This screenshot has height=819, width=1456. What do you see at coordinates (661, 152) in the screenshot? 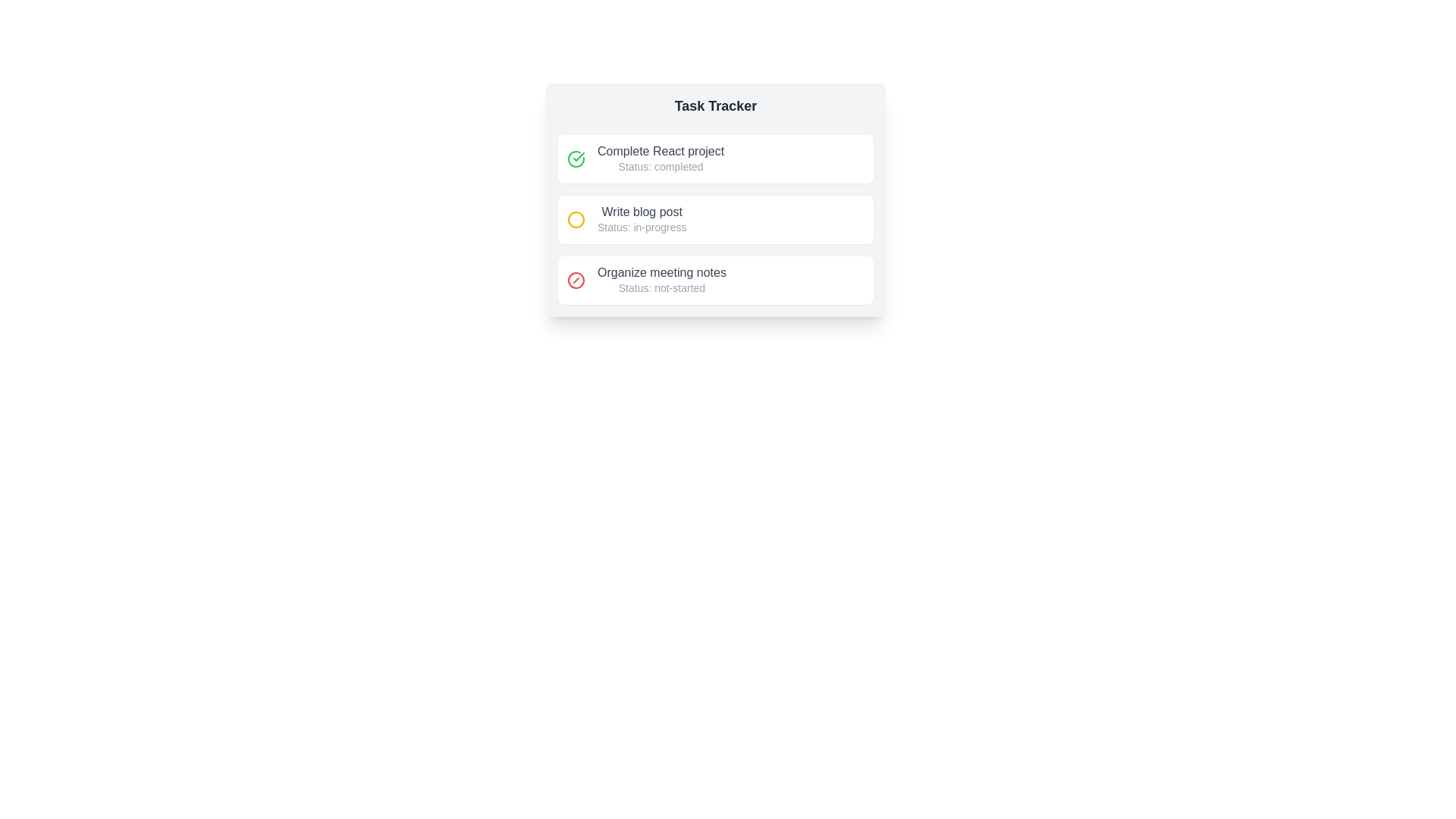
I see `the text label that serves as the title or main descriptor of the first task item, located in the upper portion of the task list interface, adjacent to a green circular checkmark icon` at bounding box center [661, 152].